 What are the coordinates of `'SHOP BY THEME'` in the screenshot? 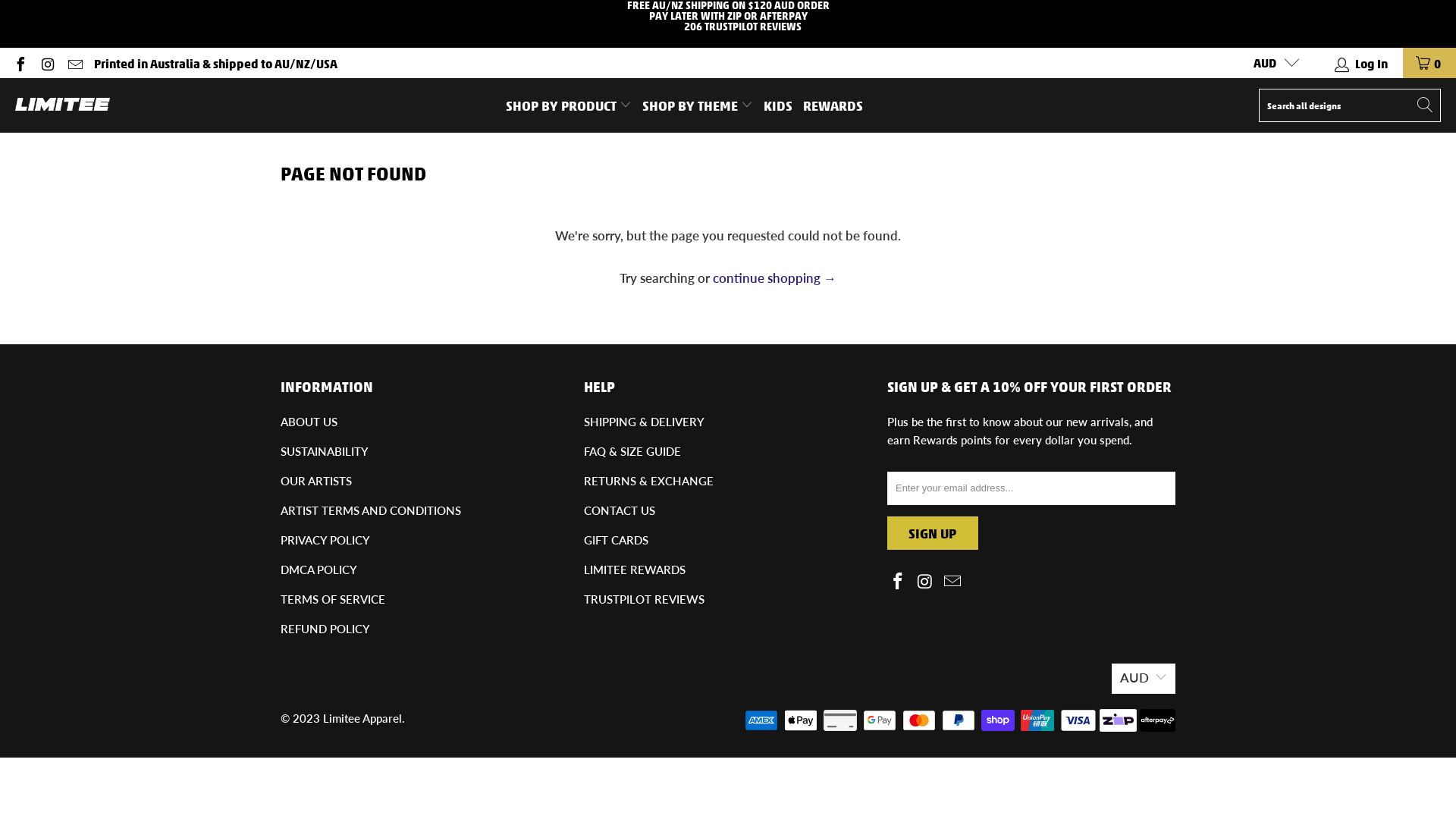 It's located at (642, 104).